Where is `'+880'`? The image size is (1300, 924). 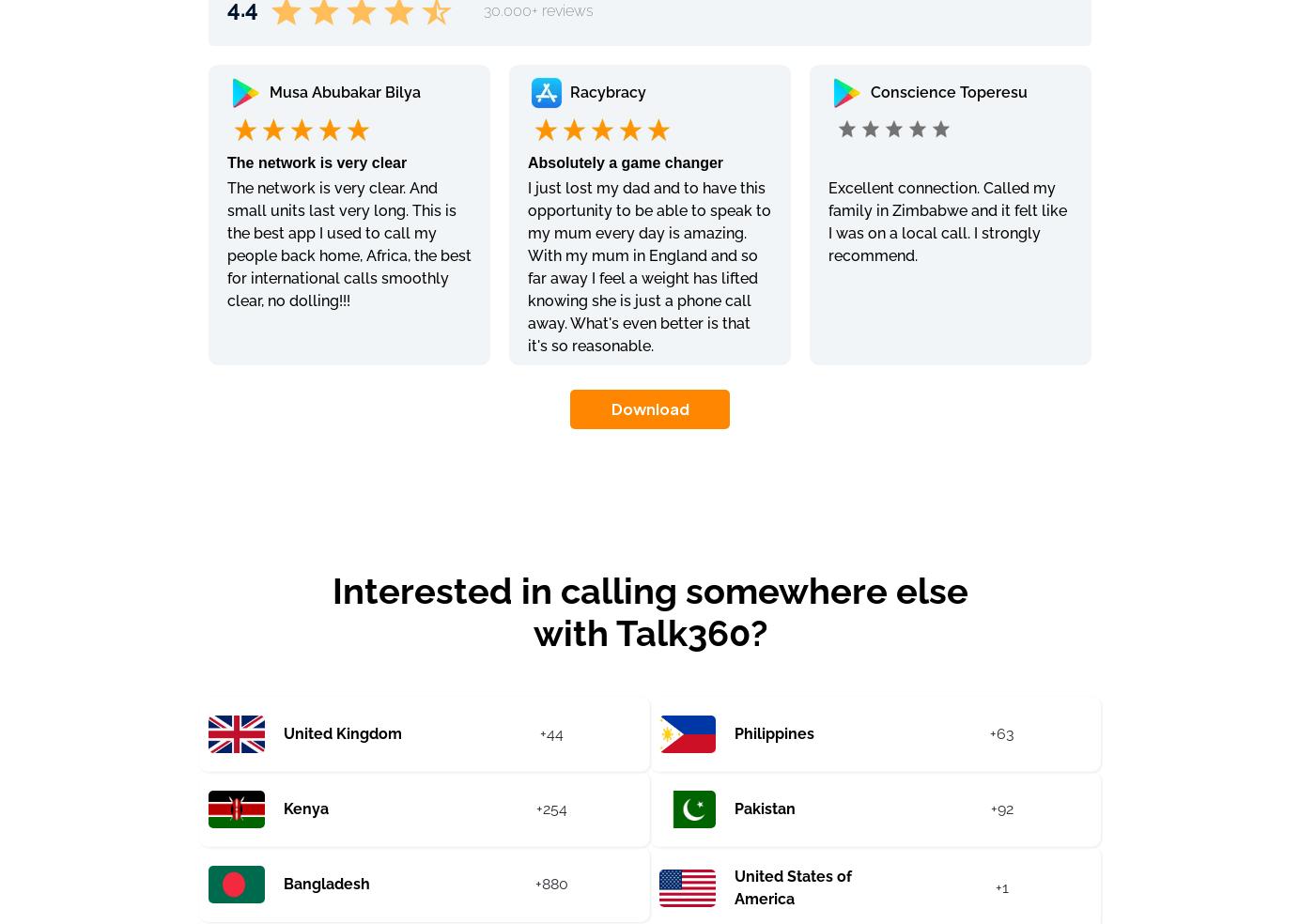
'+880' is located at coordinates (549, 884).